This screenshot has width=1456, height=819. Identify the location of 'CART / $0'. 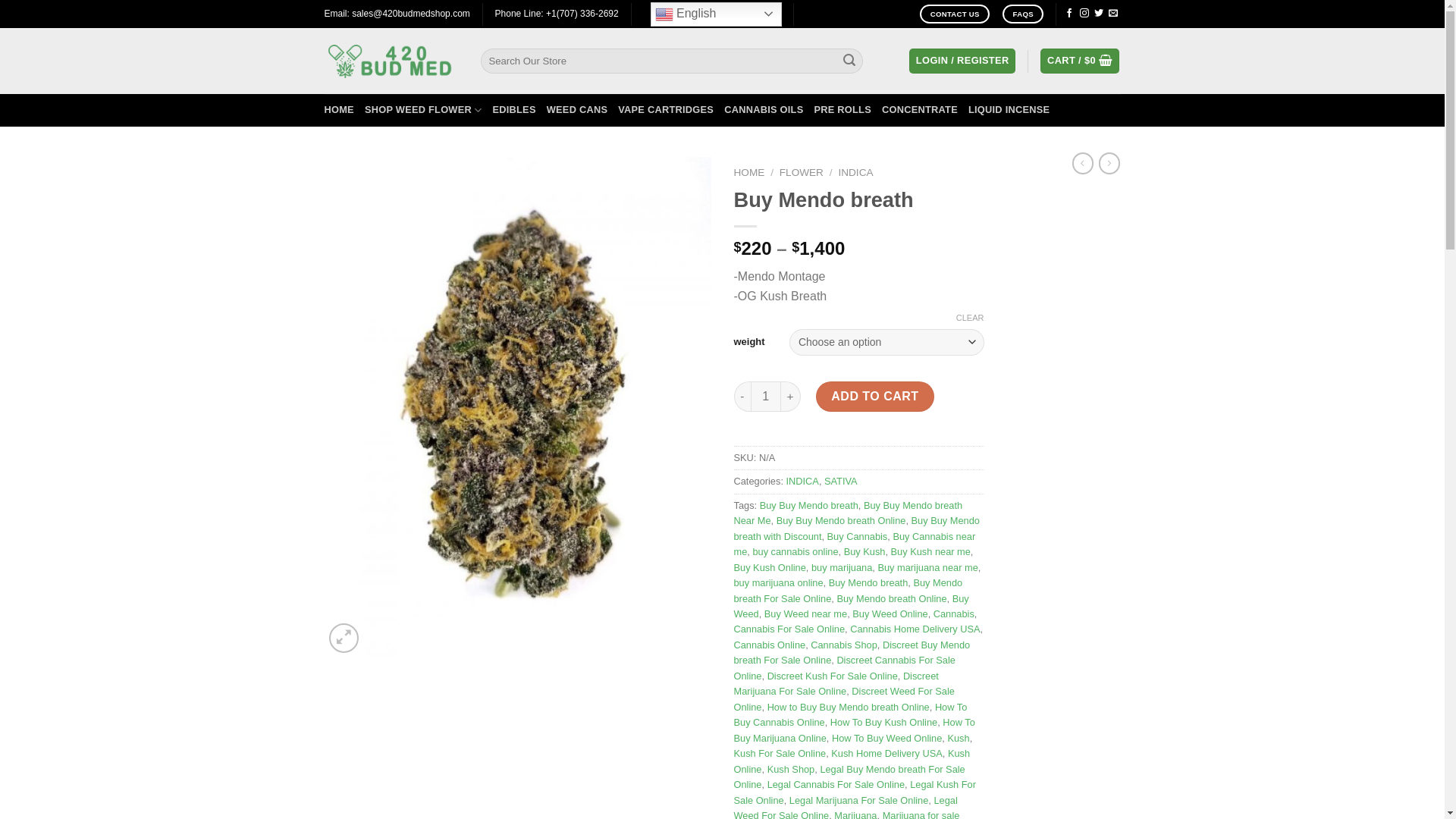
(1079, 60).